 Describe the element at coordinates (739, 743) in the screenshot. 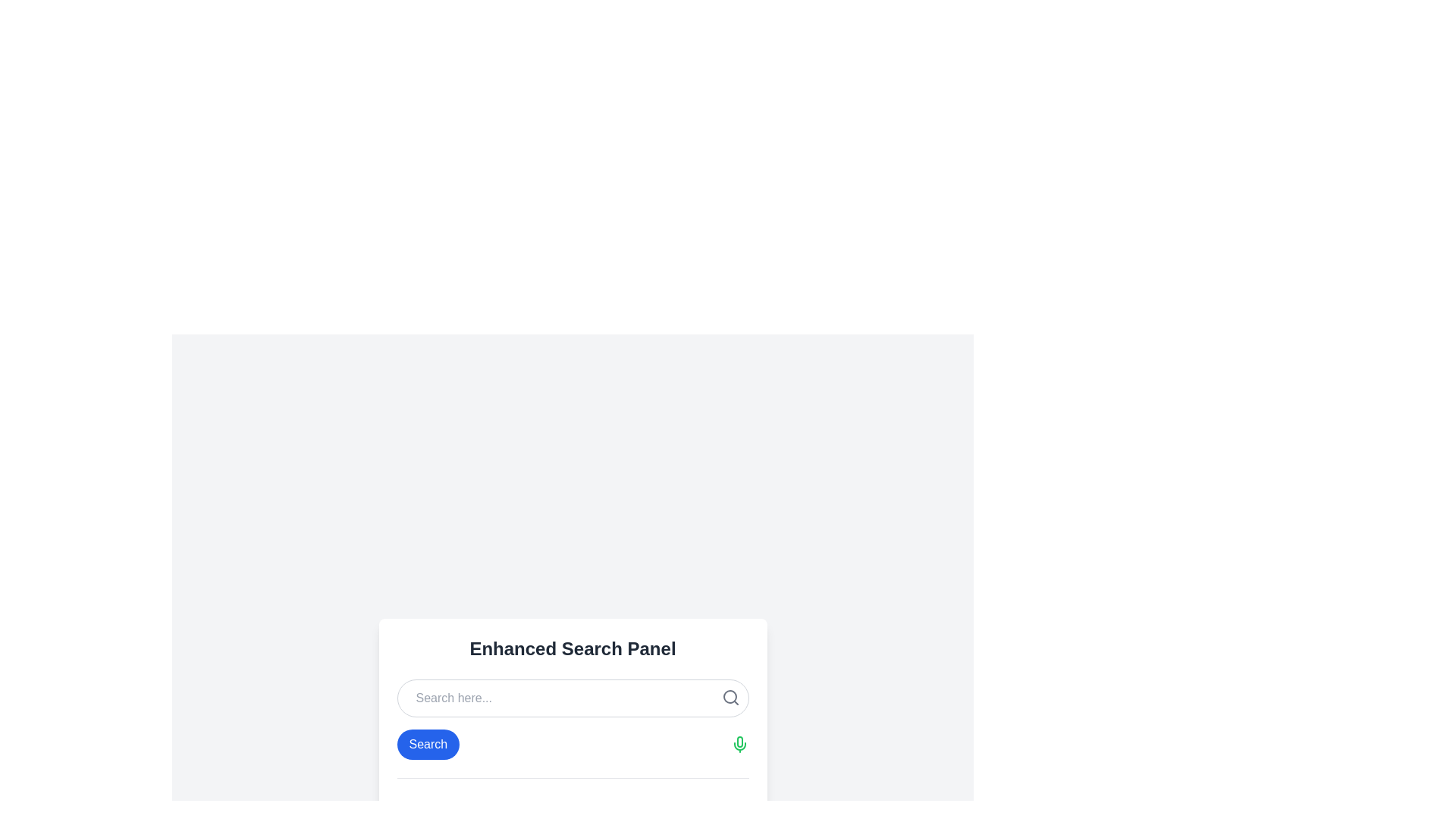

I see `the green circular microphone icon located at the far right of the search bar interface` at that location.